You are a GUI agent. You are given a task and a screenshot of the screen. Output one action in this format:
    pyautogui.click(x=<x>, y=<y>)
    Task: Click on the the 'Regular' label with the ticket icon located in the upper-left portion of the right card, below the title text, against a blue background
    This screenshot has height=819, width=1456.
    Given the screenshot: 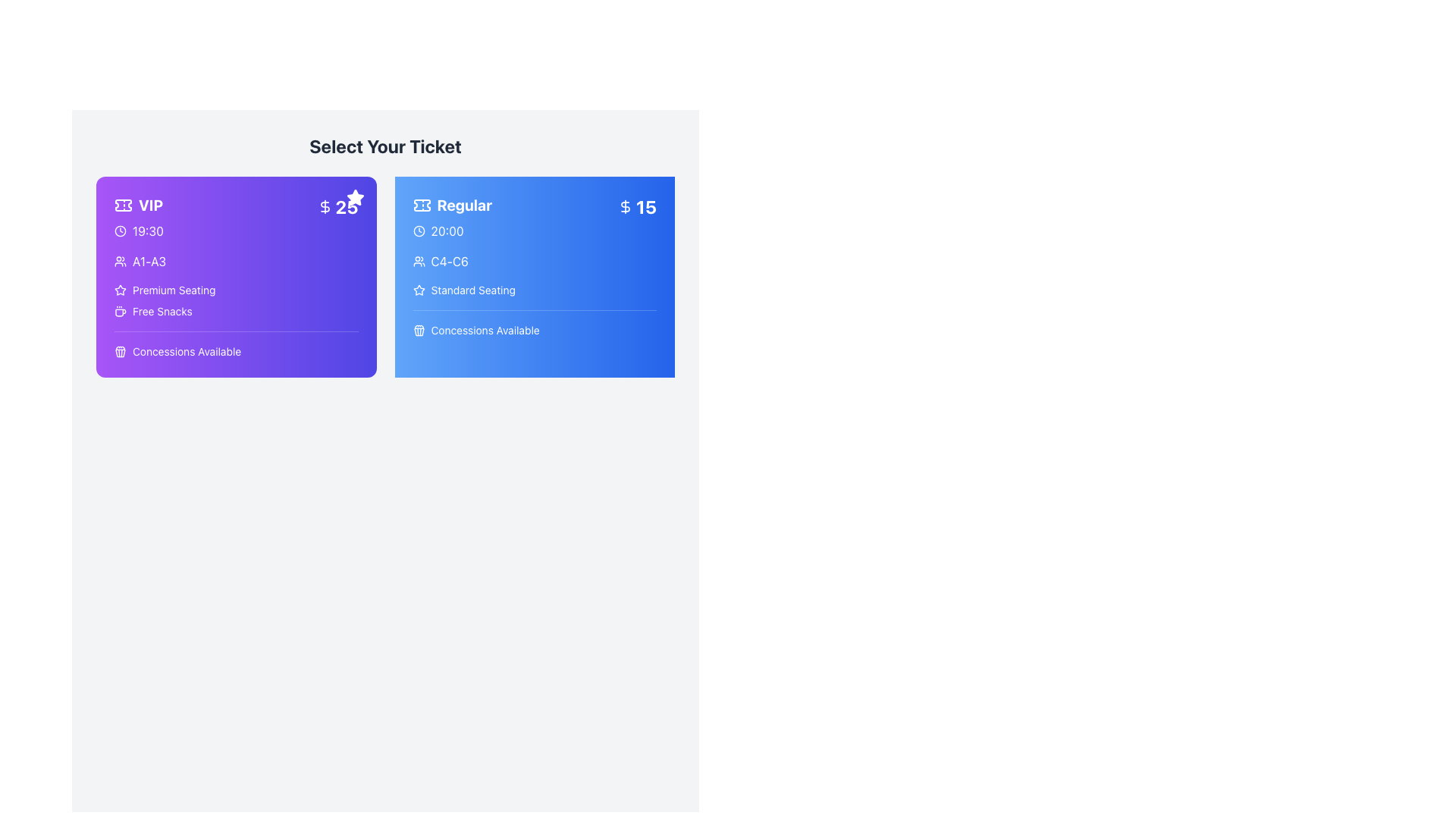 What is the action you would take?
    pyautogui.click(x=451, y=205)
    